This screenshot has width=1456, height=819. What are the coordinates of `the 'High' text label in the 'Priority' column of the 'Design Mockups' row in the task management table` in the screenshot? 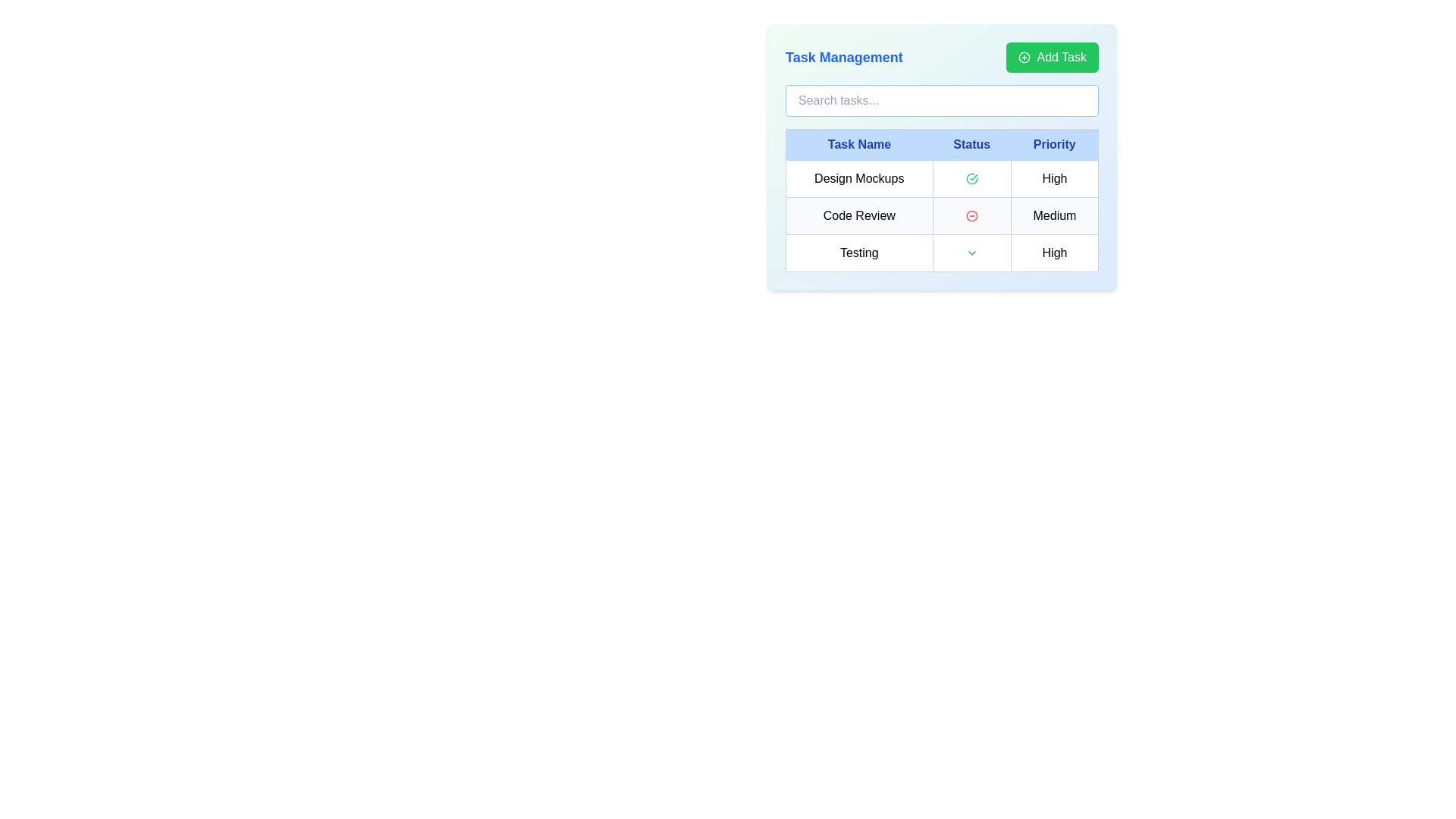 It's located at (1054, 177).